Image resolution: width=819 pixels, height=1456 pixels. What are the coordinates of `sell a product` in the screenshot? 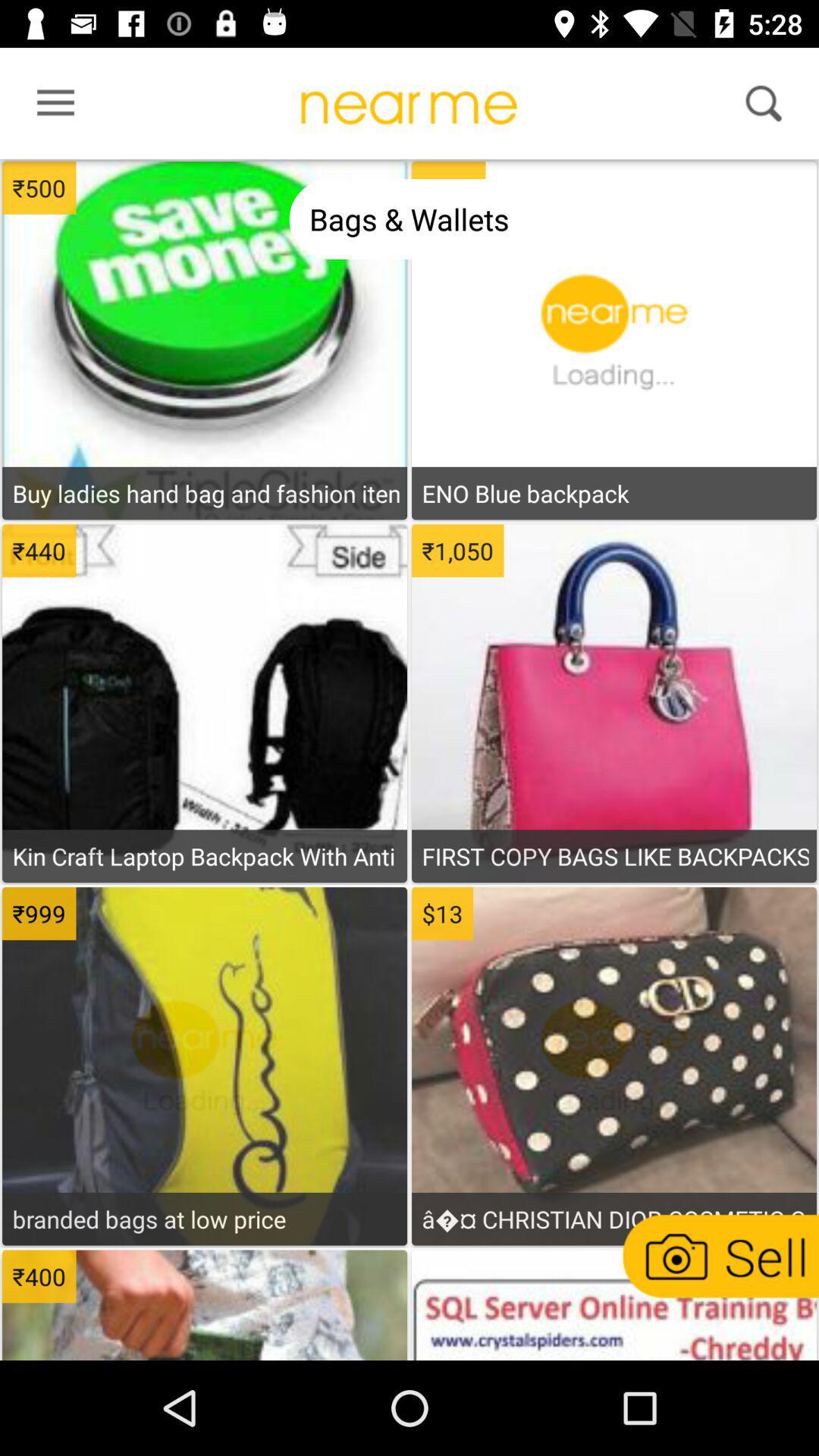 It's located at (718, 1256).